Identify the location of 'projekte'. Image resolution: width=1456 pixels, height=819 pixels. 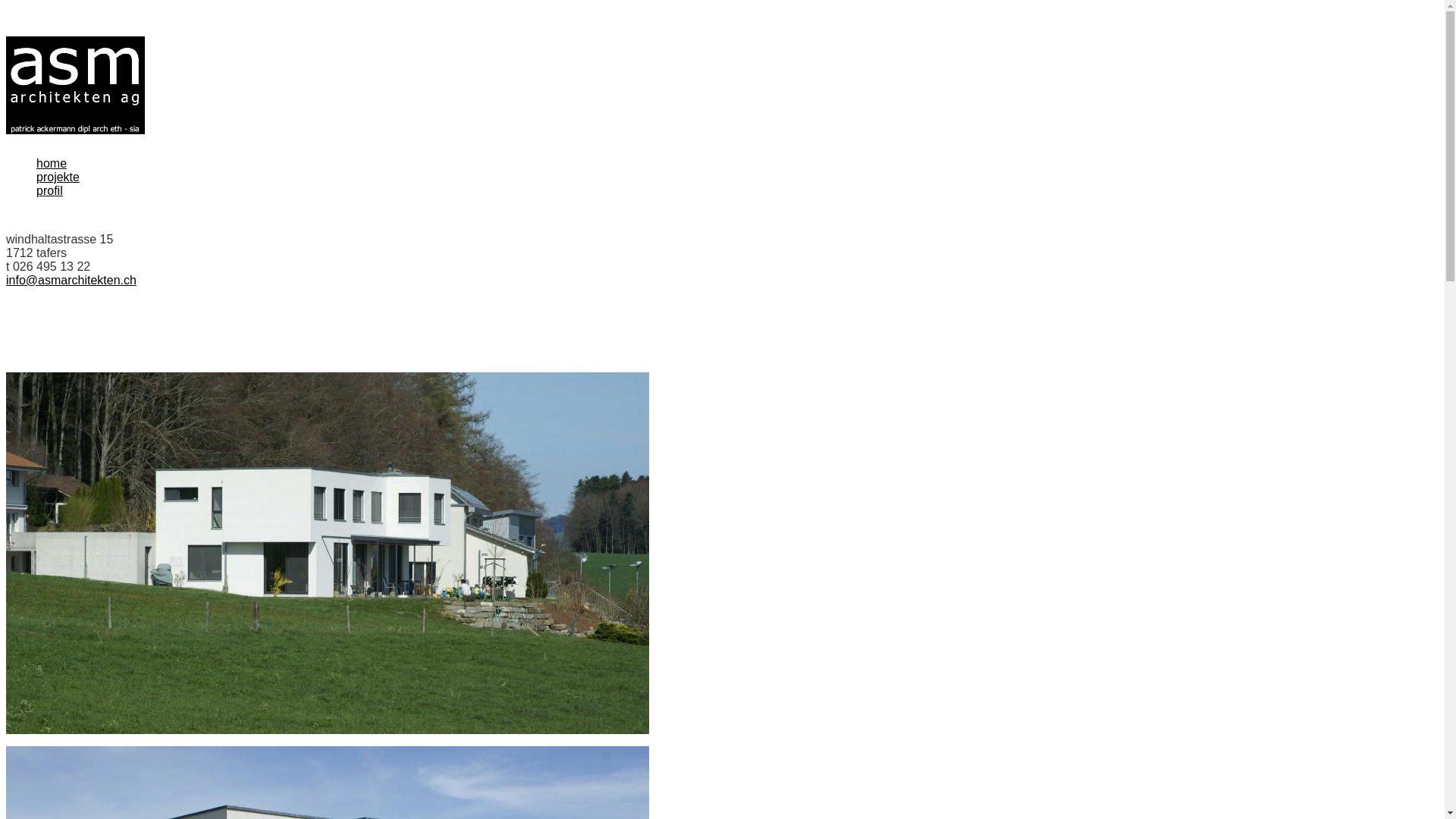
(58, 176).